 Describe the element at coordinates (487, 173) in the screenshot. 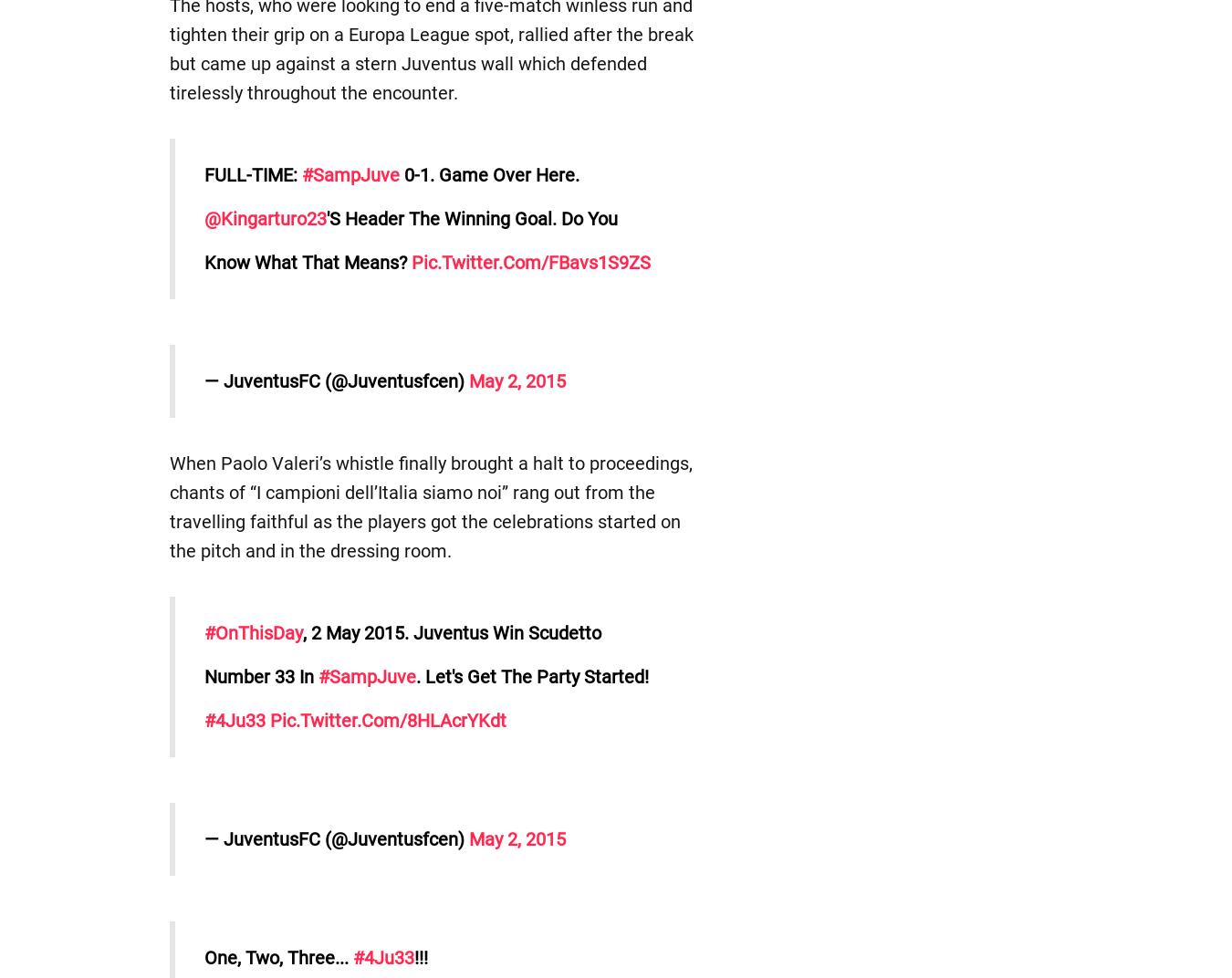

I see `'0-1. Game over here.'` at that location.